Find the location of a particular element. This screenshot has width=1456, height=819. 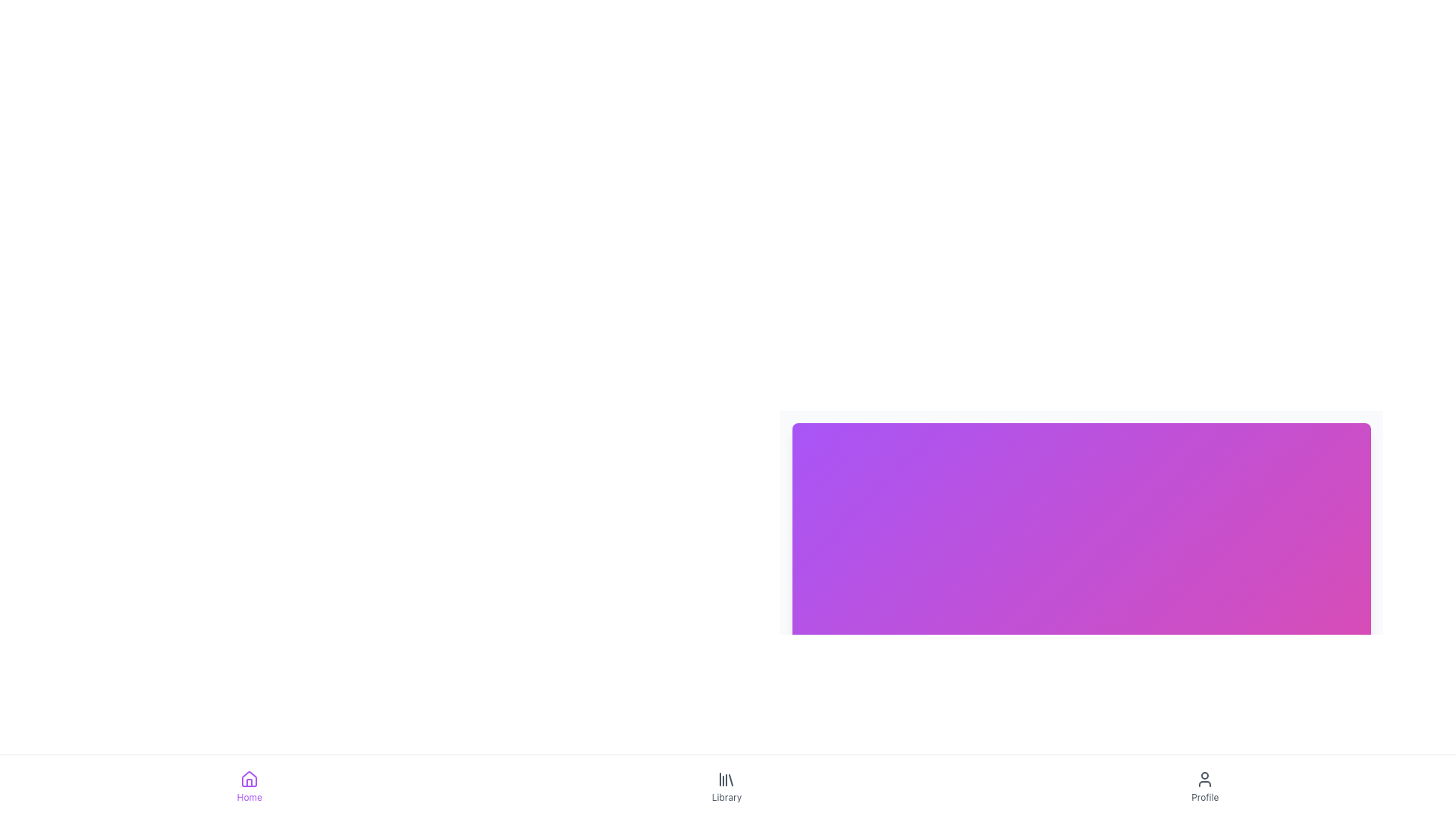

the library icon located in the central section of the bottom navigation bar is located at coordinates (726, 780).